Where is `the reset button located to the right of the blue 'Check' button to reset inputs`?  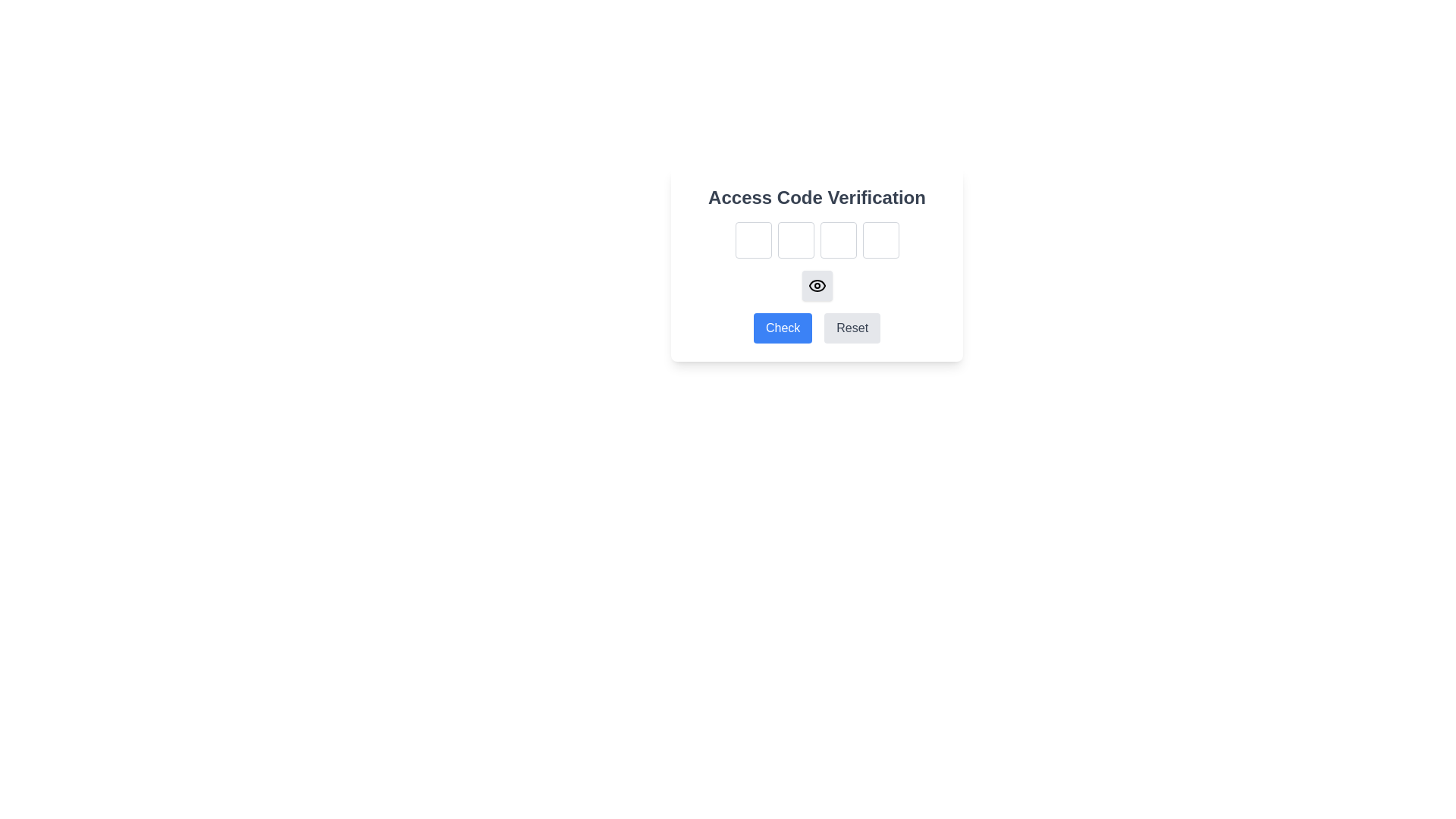 the reset button located to the right of the blue 'Check' button to reset inputs is located at coordinates (852, 327).